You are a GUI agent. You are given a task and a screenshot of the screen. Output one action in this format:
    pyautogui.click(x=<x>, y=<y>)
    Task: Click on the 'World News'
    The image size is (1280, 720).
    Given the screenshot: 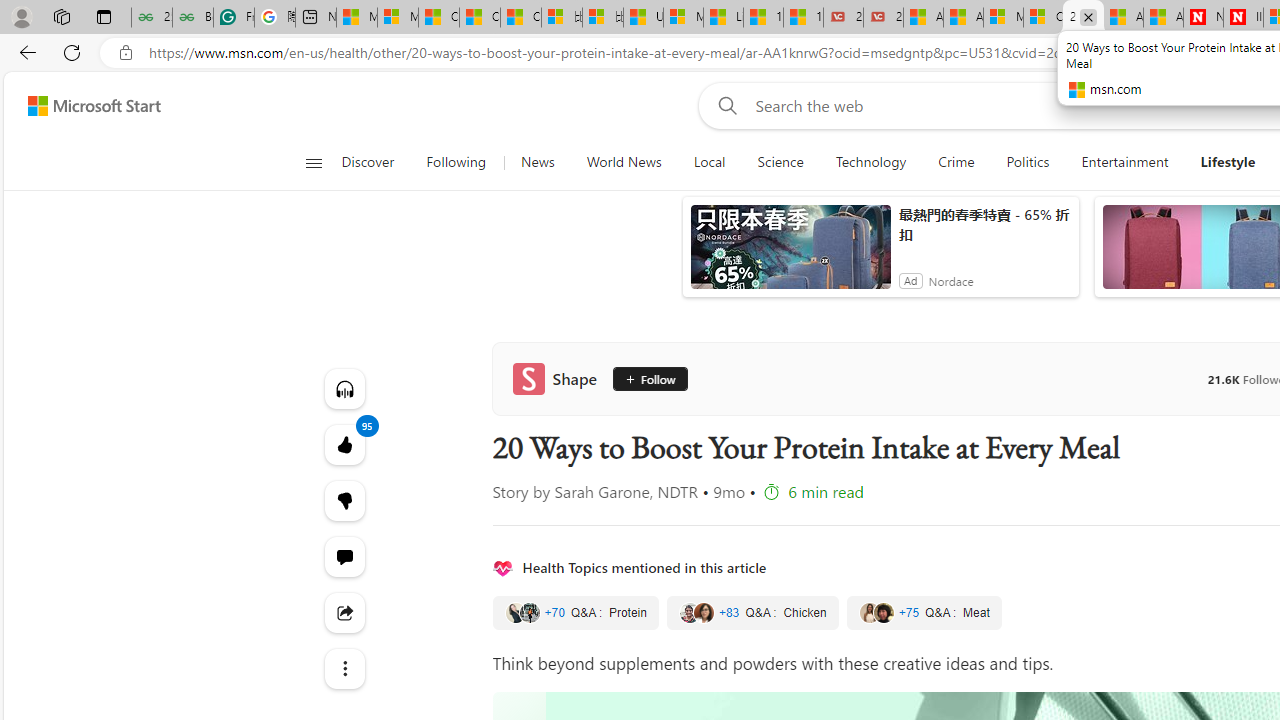 What is the action you would take?
    pyautogui.click(x=623, y=162)
    